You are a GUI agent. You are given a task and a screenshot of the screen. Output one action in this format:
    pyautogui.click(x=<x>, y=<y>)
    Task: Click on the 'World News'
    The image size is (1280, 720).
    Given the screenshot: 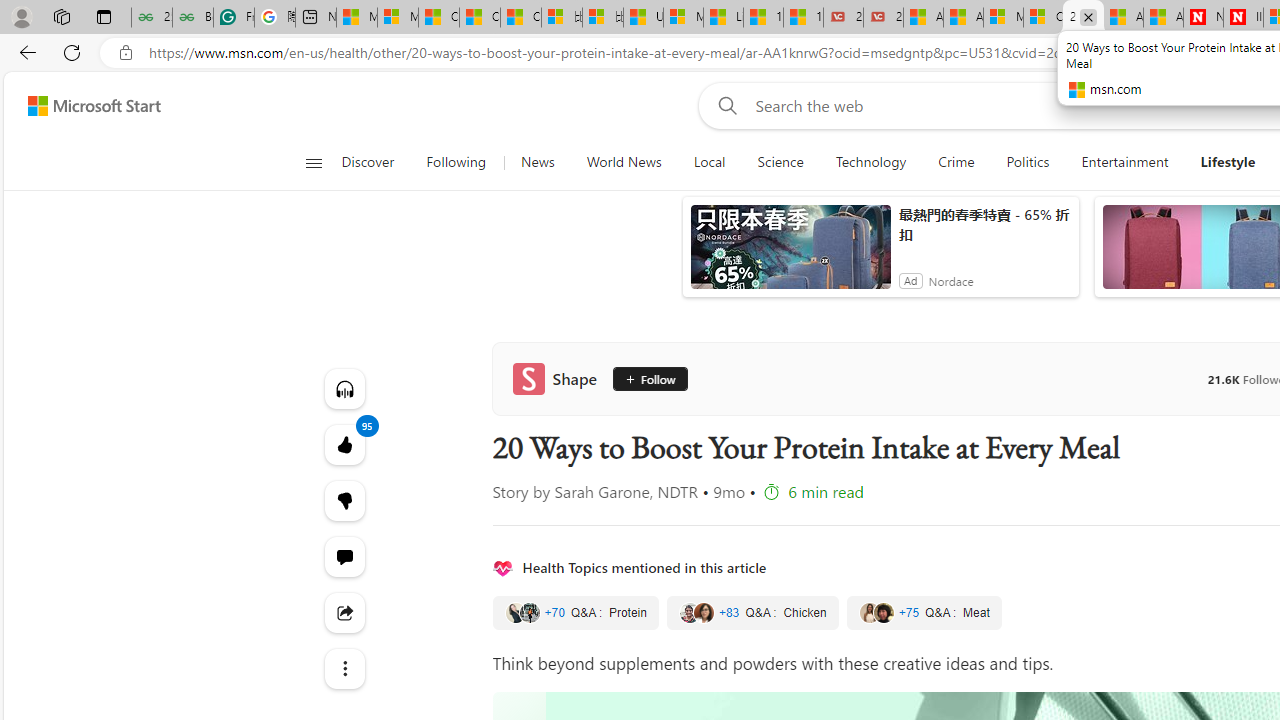 What is the action you would take?
    pyautogui.click(x=623, y=162)
    